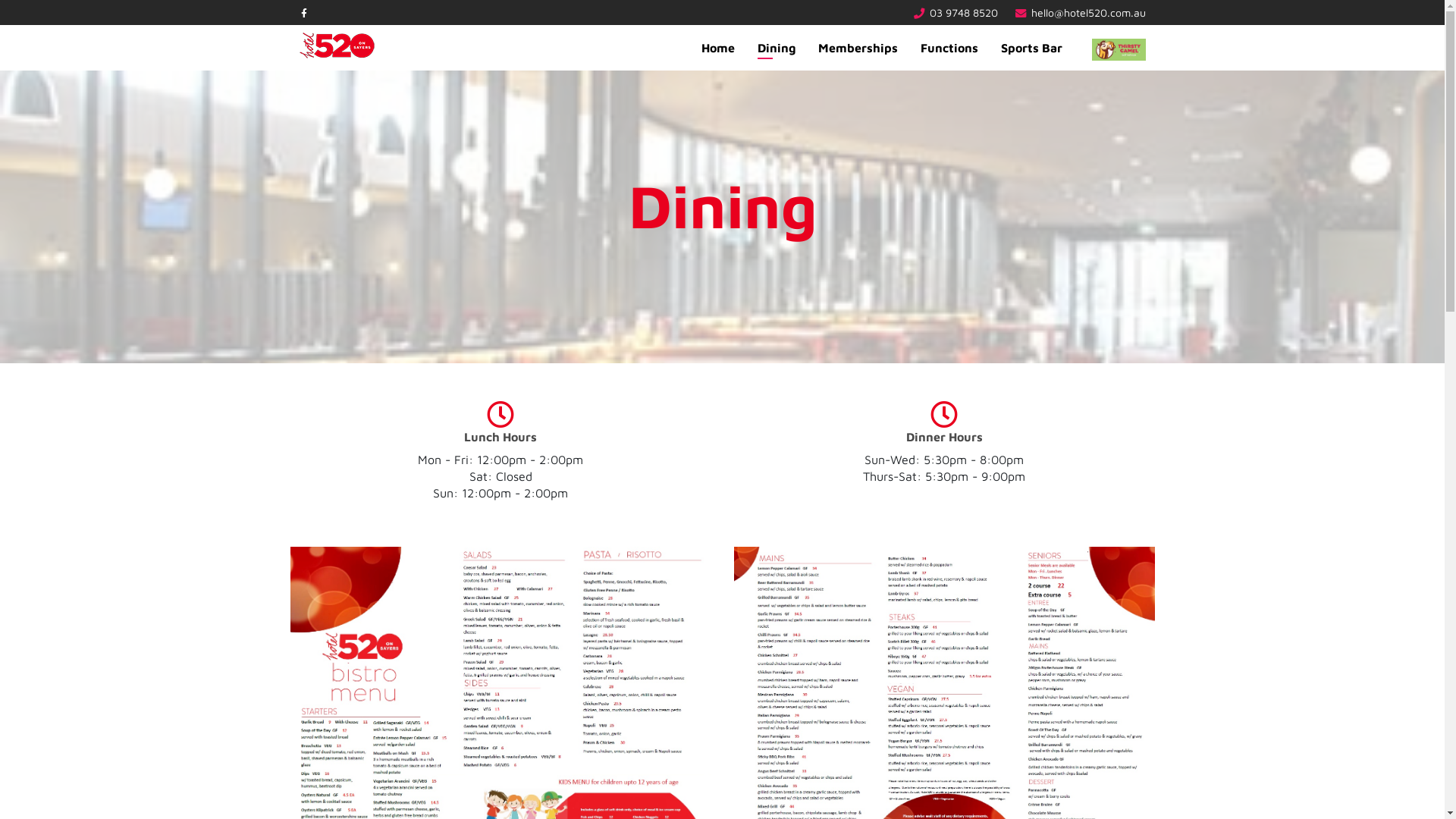  I want to click on 'Functions', so click(948, 46).